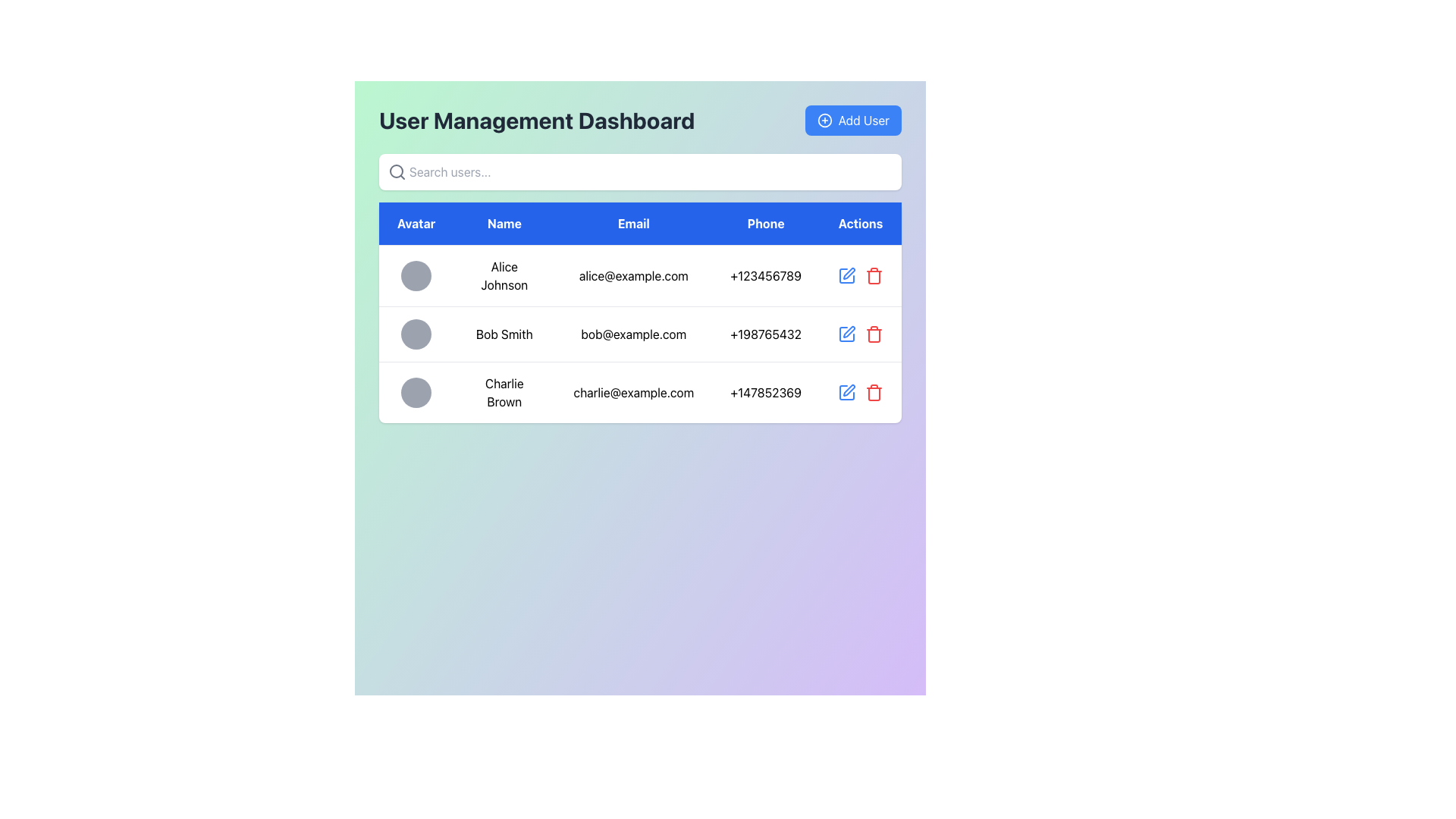  I want to click on the visual content of the avatar placeholder located in the first row of the 'Avatar' column in the user data table, so click(416, 275).